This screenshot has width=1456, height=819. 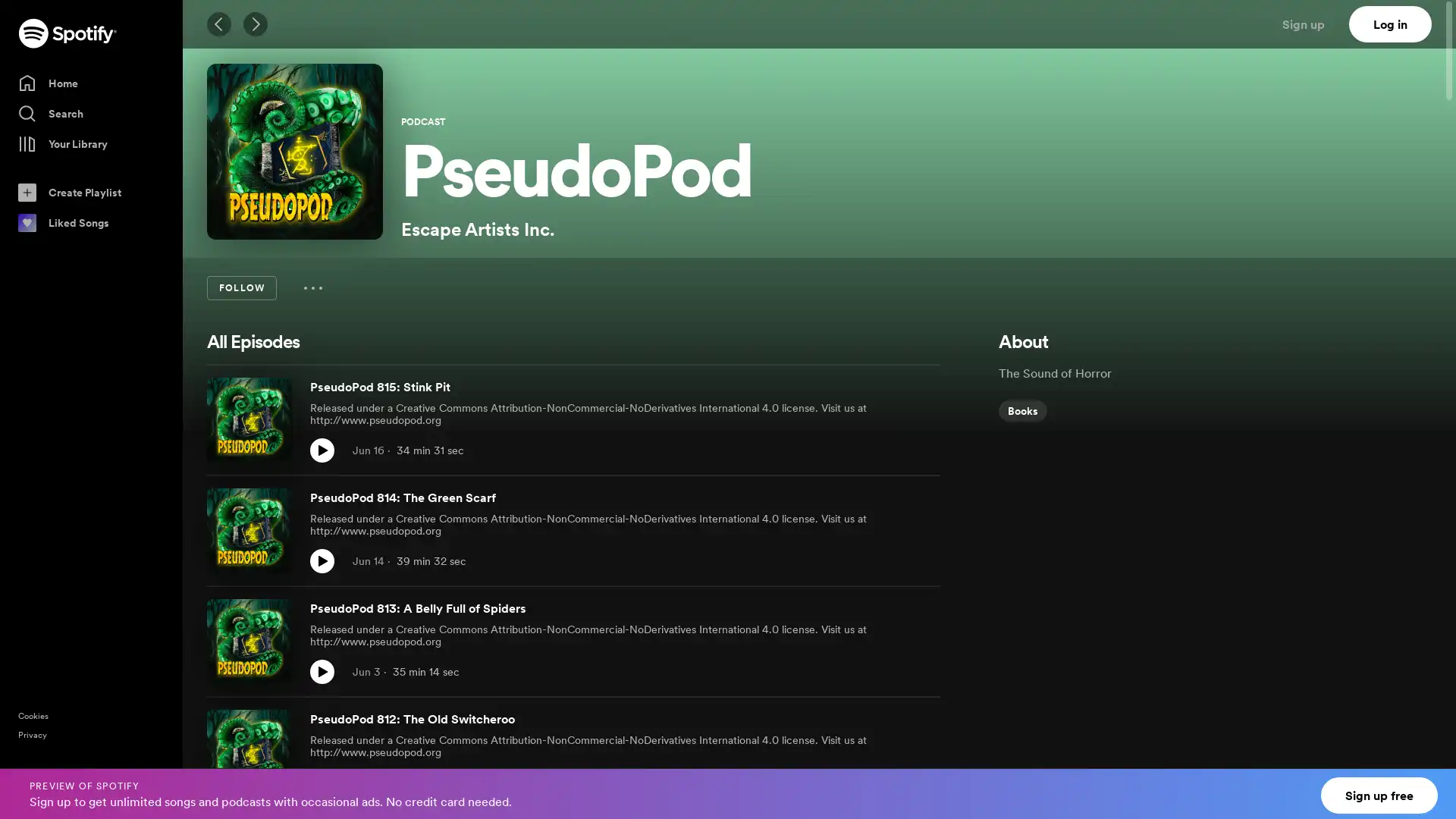 What do you see at coordinates (322, 450) in the screenshot?
I see `Play PseudoPod 815: Stink Pit by PseudoPod` at bounding box center [322, 450].